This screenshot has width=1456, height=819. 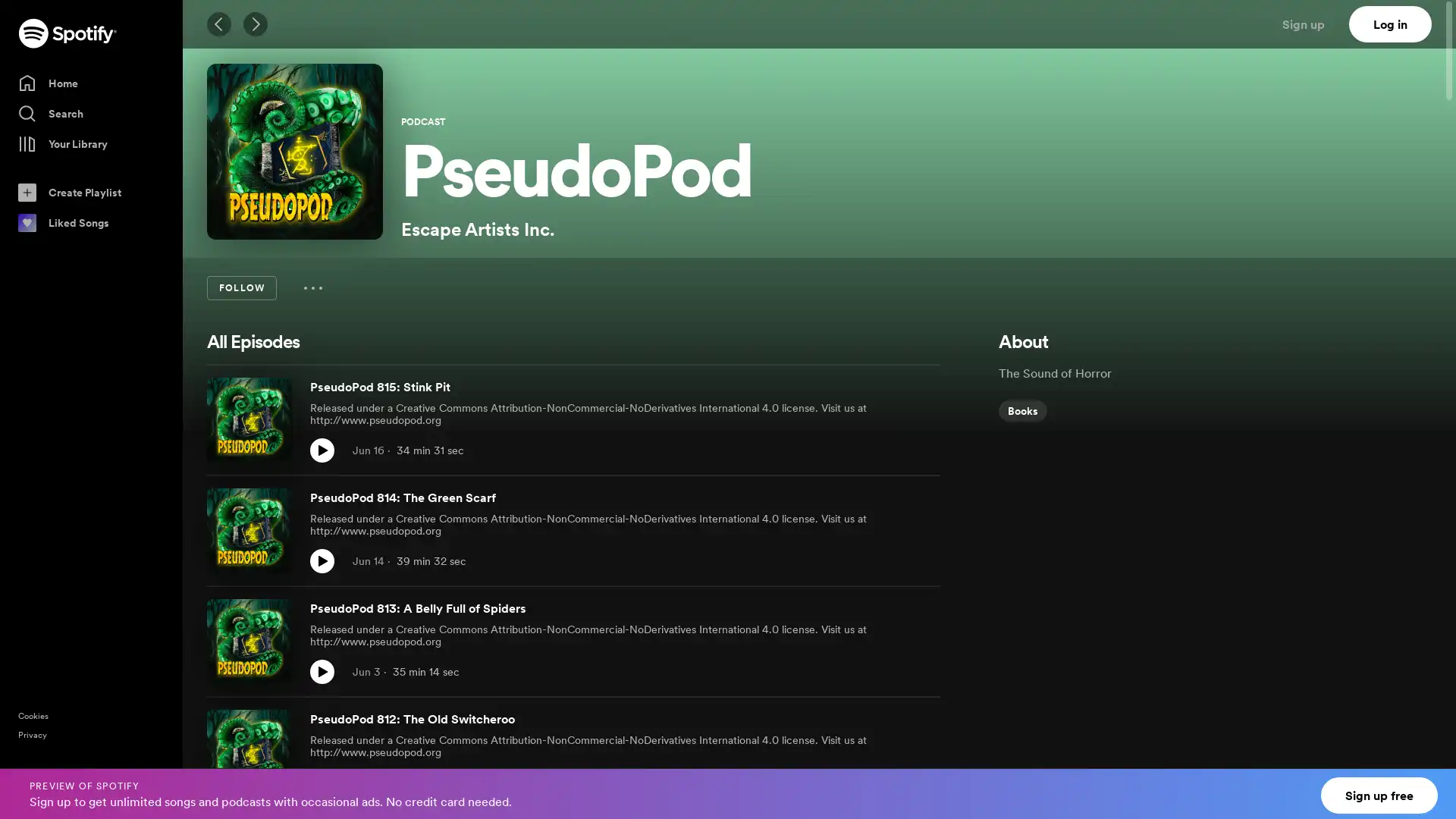 What do you see at coordinates (322, 450) in the screenshot?
I see `Play PseudoPod 815: Stink Pit by PseudoPod` at bounding box center [322, 450].